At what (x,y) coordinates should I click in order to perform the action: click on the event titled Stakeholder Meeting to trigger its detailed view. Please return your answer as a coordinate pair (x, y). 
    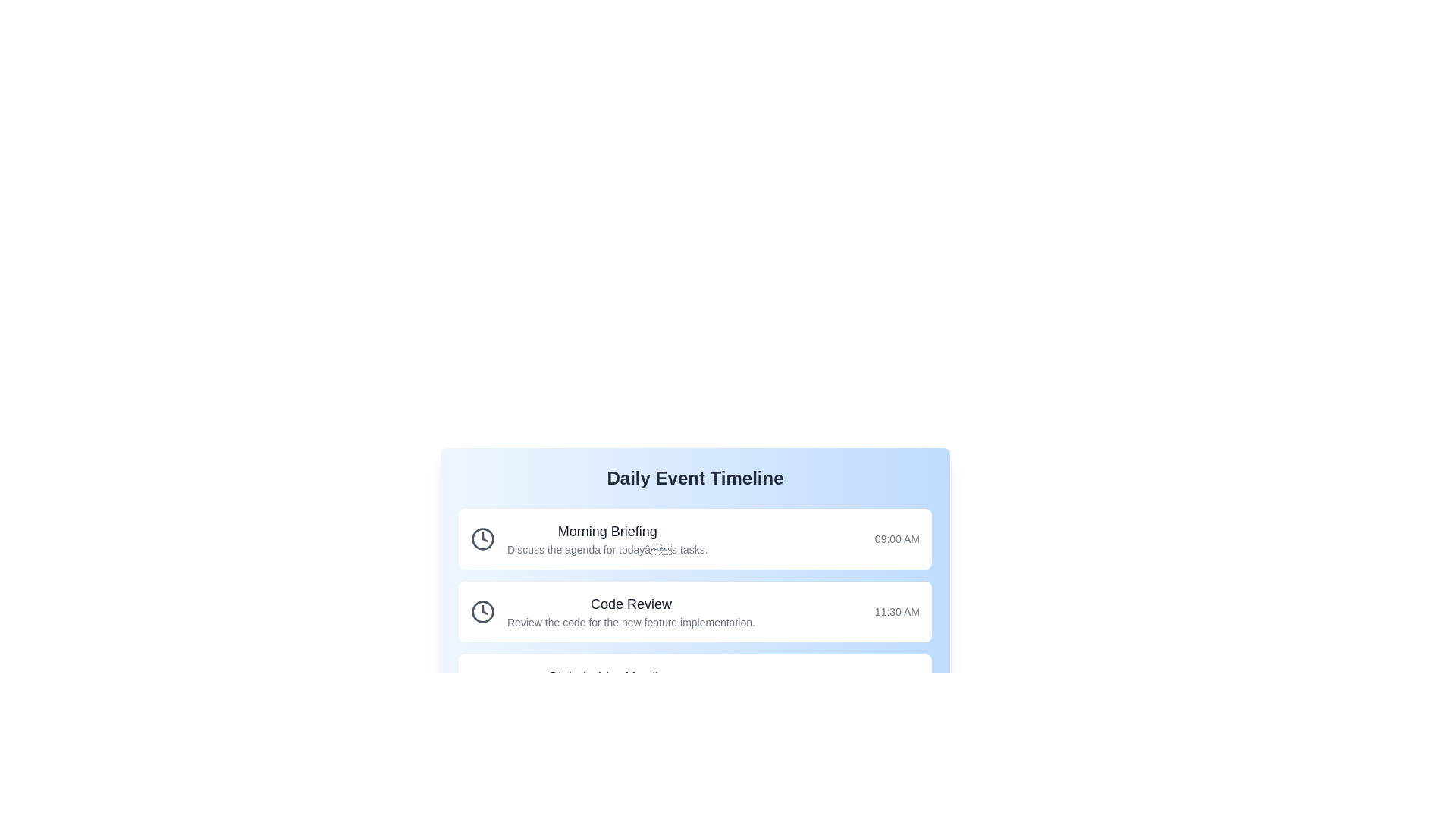
    Looking at the image, I should click on (694, 684).